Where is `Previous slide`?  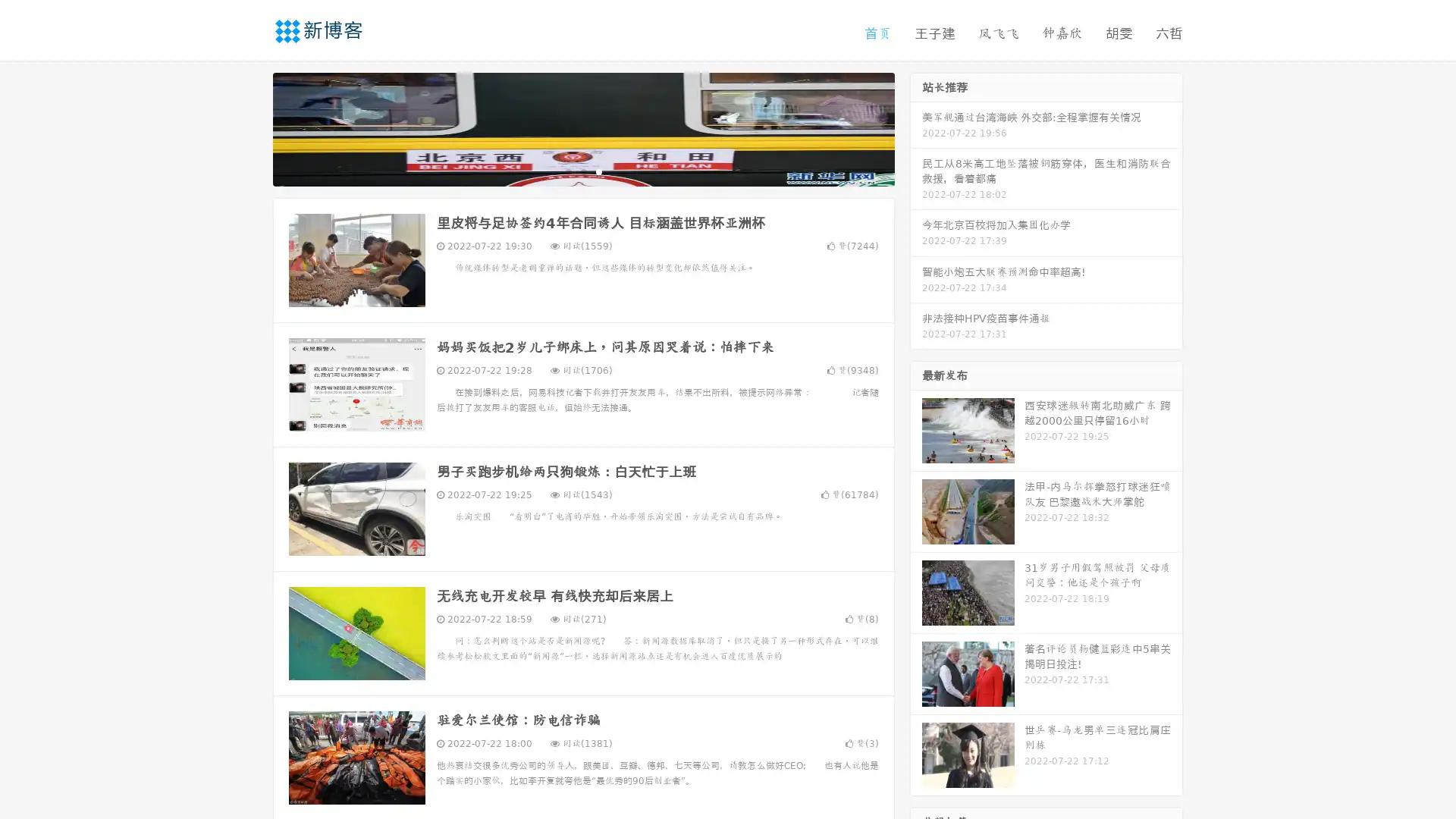 Previous slide is located at coordinates (250, 127).